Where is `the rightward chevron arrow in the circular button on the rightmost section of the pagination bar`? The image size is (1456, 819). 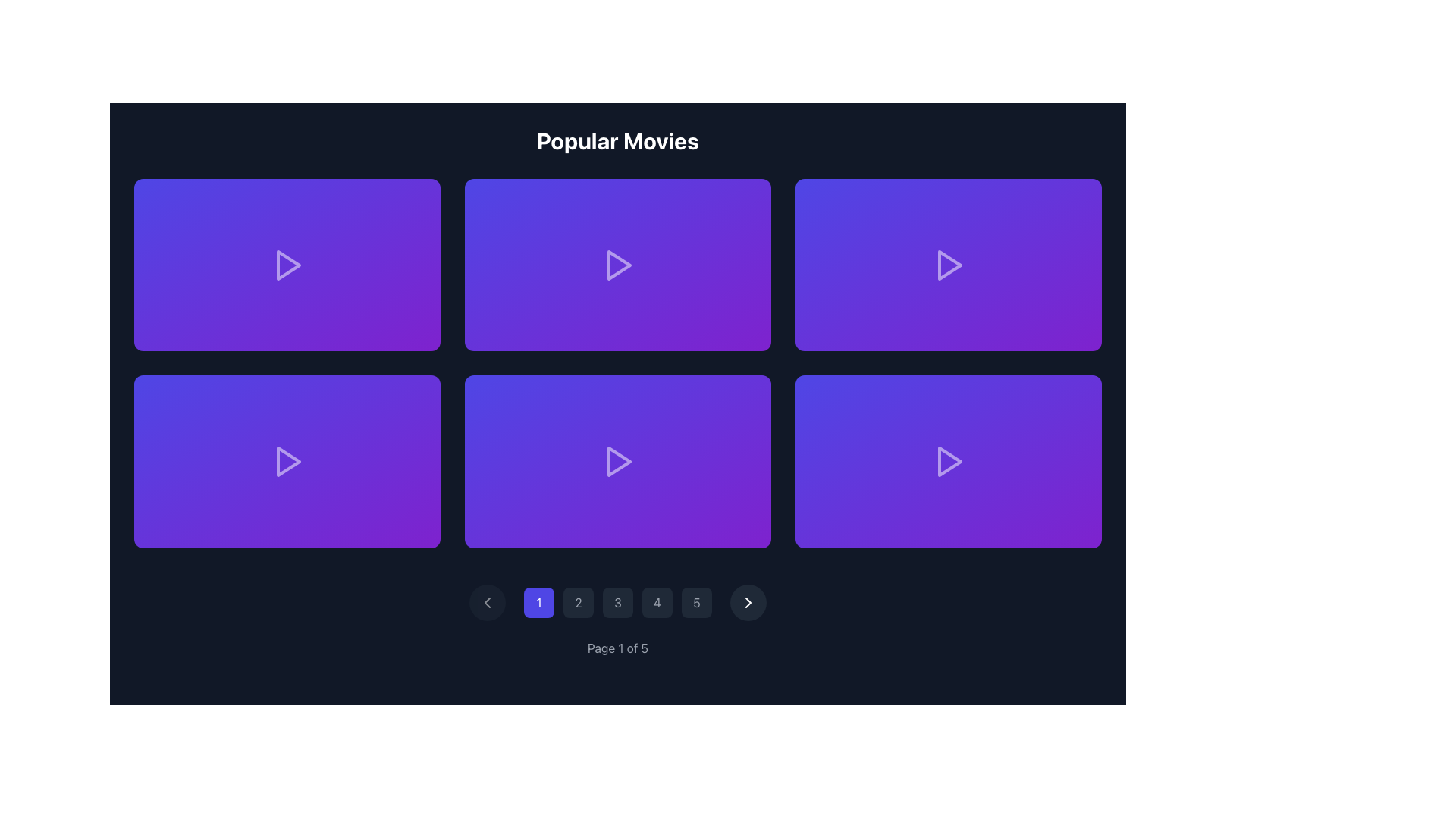 the rightward chevron arrow in the circular button on the rightmost section of the pagination bar is located at coordinates (748, 601).